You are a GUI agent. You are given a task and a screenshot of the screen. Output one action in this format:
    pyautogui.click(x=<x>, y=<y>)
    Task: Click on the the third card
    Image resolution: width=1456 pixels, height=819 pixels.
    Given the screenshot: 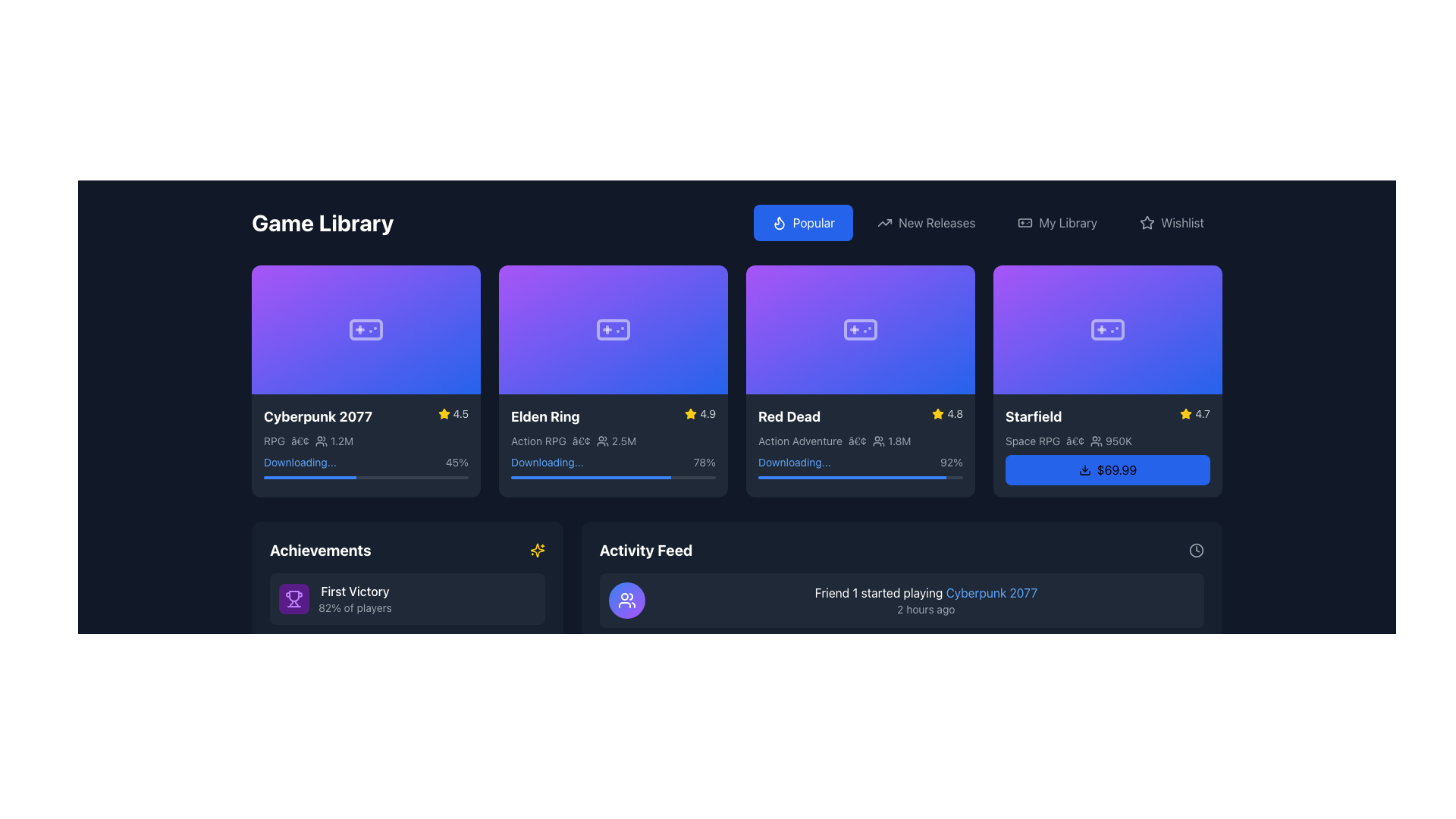 What is the action you would take?
    pyautogui.click(x=860, y=379)
    